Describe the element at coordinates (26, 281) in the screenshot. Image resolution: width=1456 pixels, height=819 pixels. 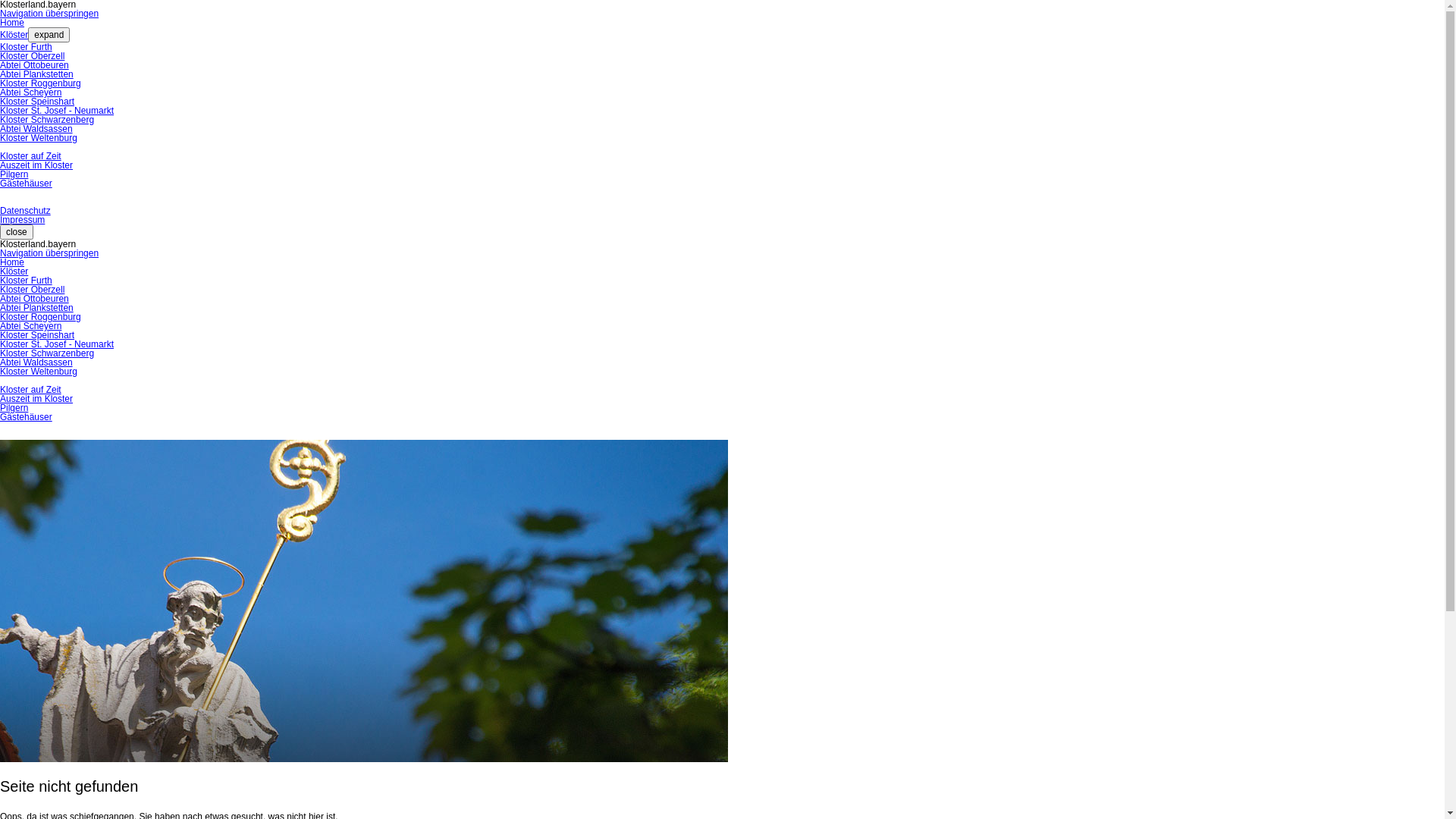
I see `'Kloster Furth'` at that location.